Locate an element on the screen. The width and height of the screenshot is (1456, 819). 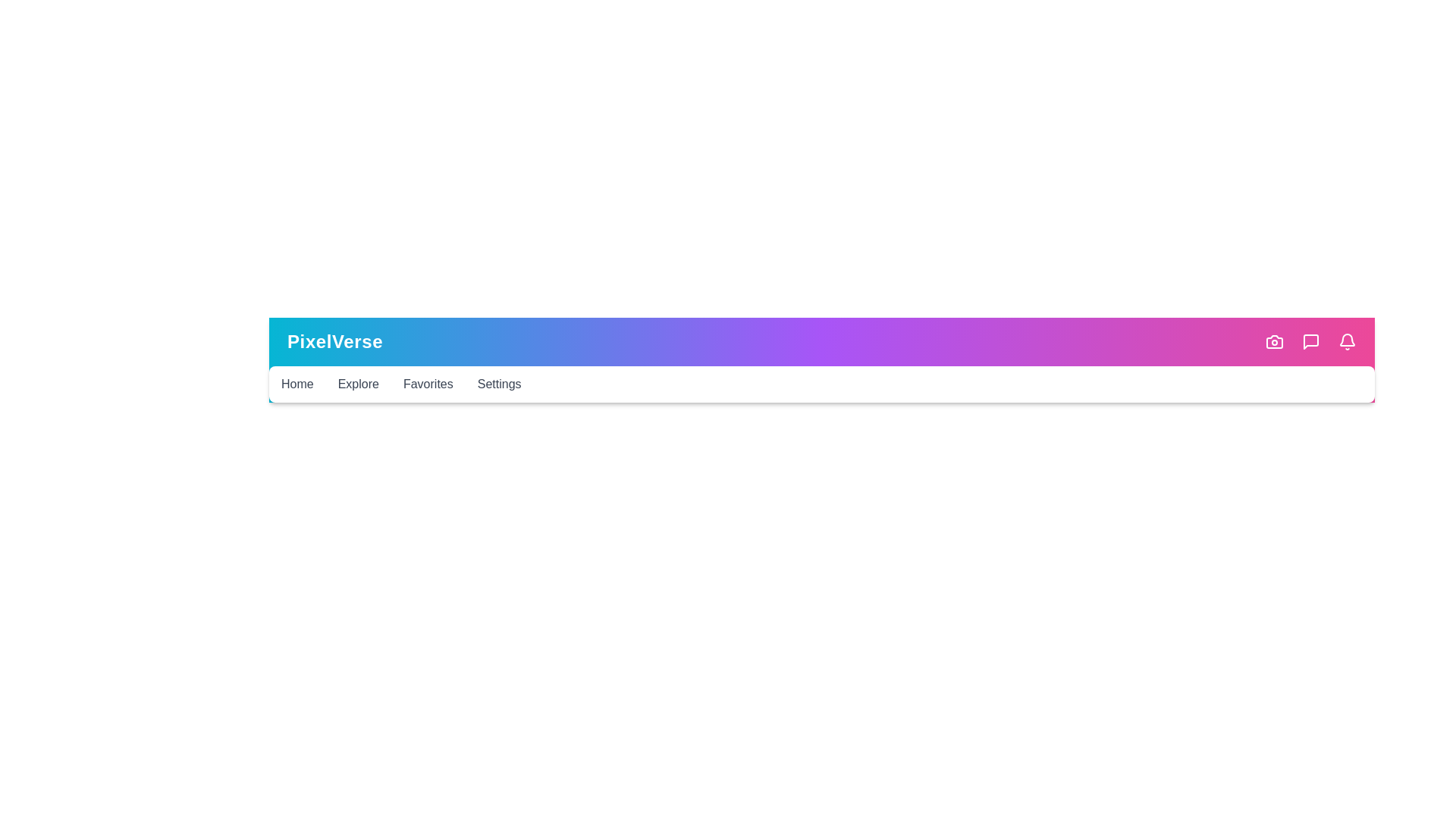
the Notifications icon to perform the corresponding quick action is located at coordinates (1347, 342).